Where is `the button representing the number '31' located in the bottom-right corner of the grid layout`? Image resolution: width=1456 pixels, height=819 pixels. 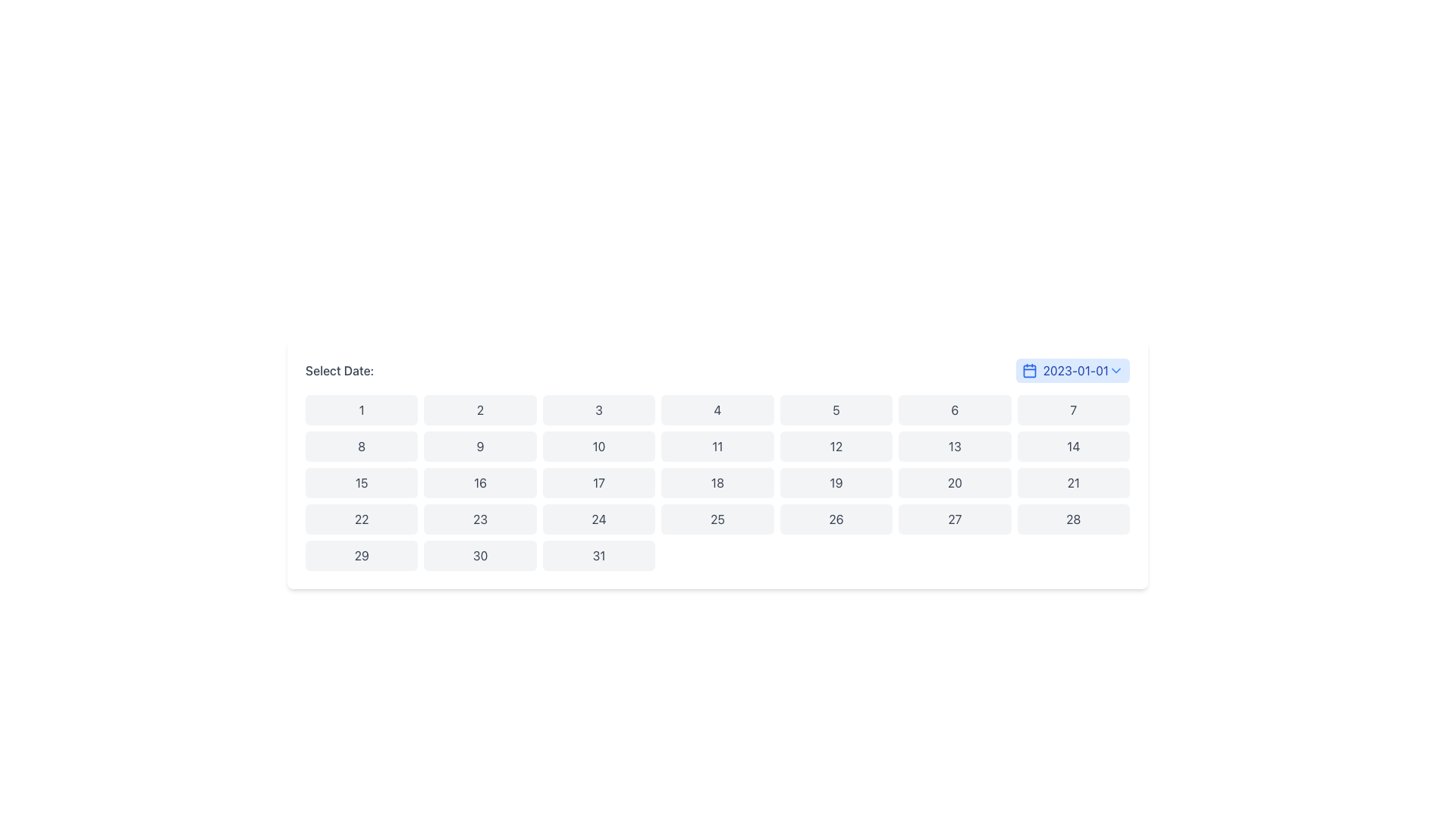
the button representing the number '31' located in the bottom-right corner of the grid layout is located at coordinates (598, 555).